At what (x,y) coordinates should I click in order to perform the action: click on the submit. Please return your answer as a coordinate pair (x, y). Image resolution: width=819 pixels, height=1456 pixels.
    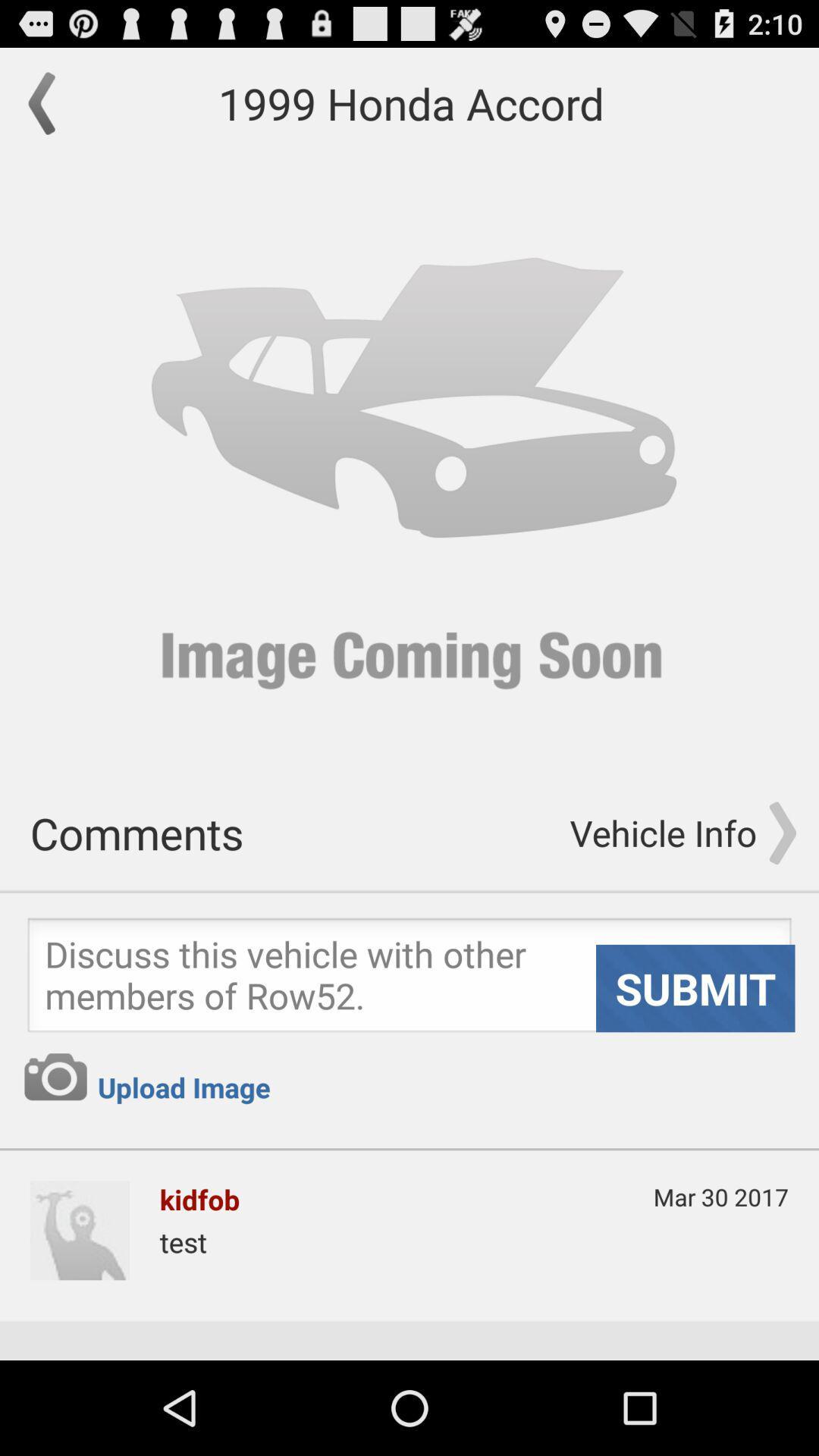
    Looking at the image, I should click on (695, 988).